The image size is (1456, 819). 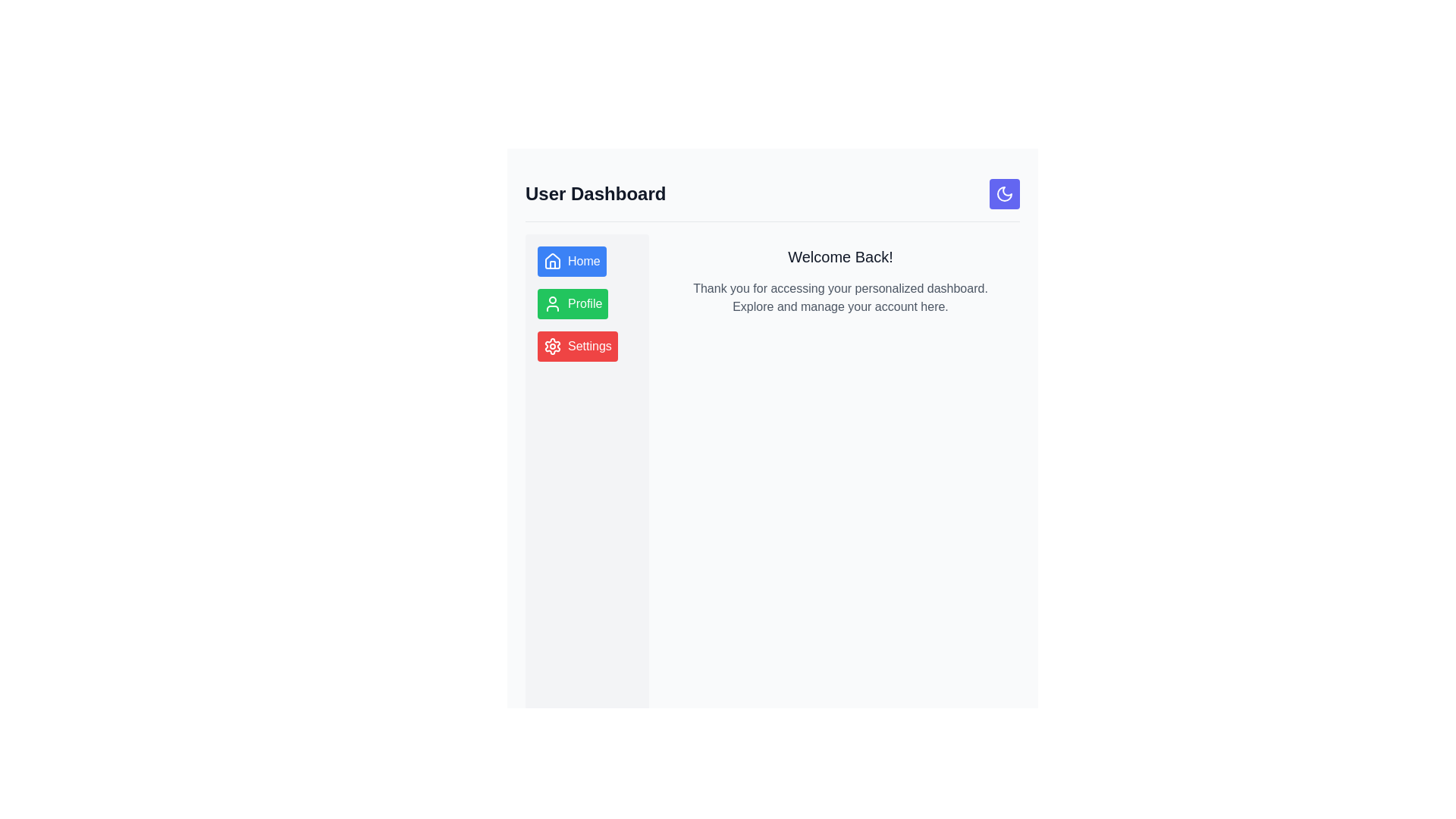 What do you see at coordinates (1004, 193) in the screenshot?
I see `the nighttime mode toggle icon located at the top-right corner of the user interface, inside a square button` at bounding box center [1004, 193].